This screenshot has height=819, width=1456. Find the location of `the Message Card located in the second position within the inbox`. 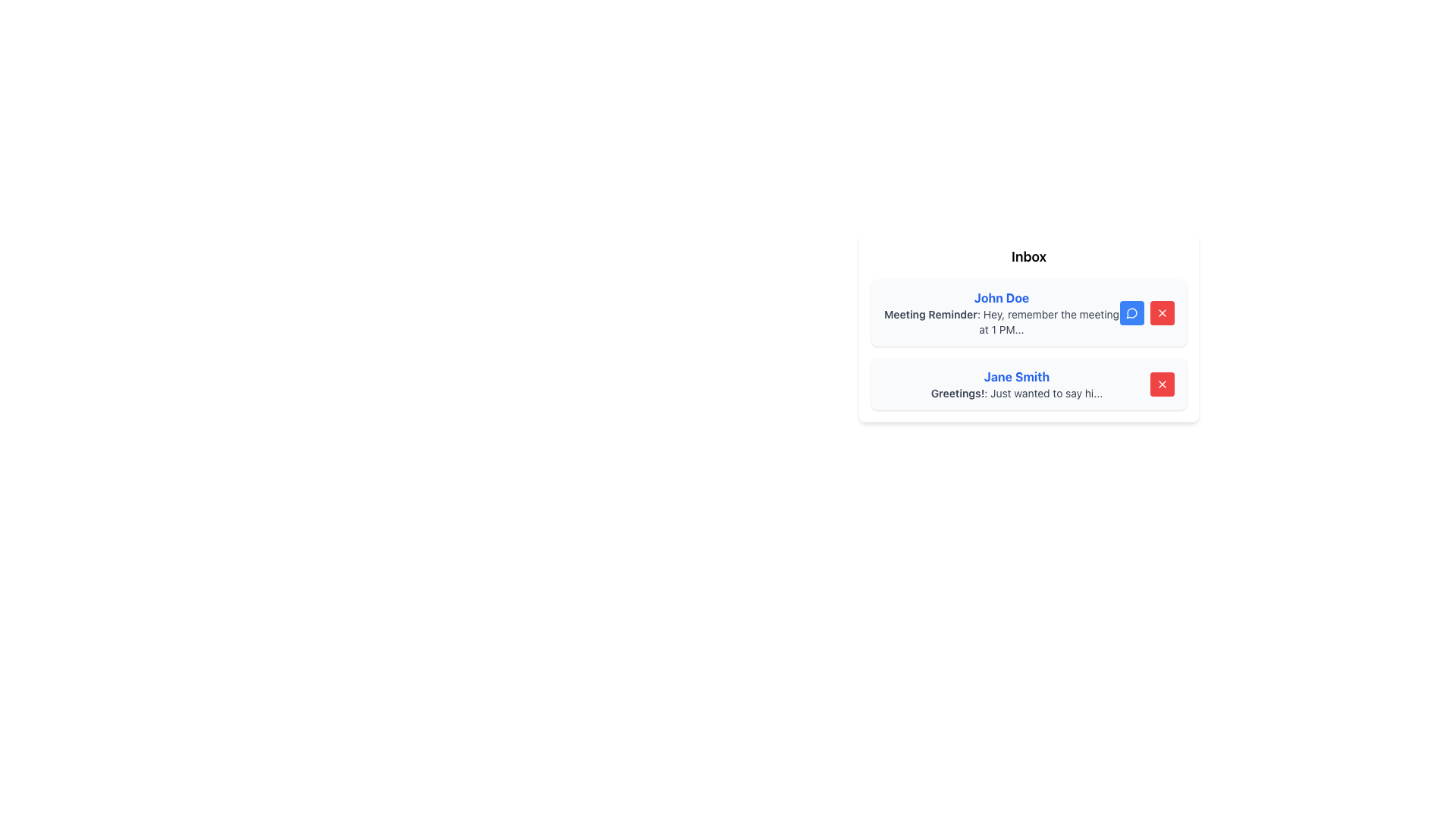

the Message Card located in the second position within the inbox is located at coordinates (1029, 383).